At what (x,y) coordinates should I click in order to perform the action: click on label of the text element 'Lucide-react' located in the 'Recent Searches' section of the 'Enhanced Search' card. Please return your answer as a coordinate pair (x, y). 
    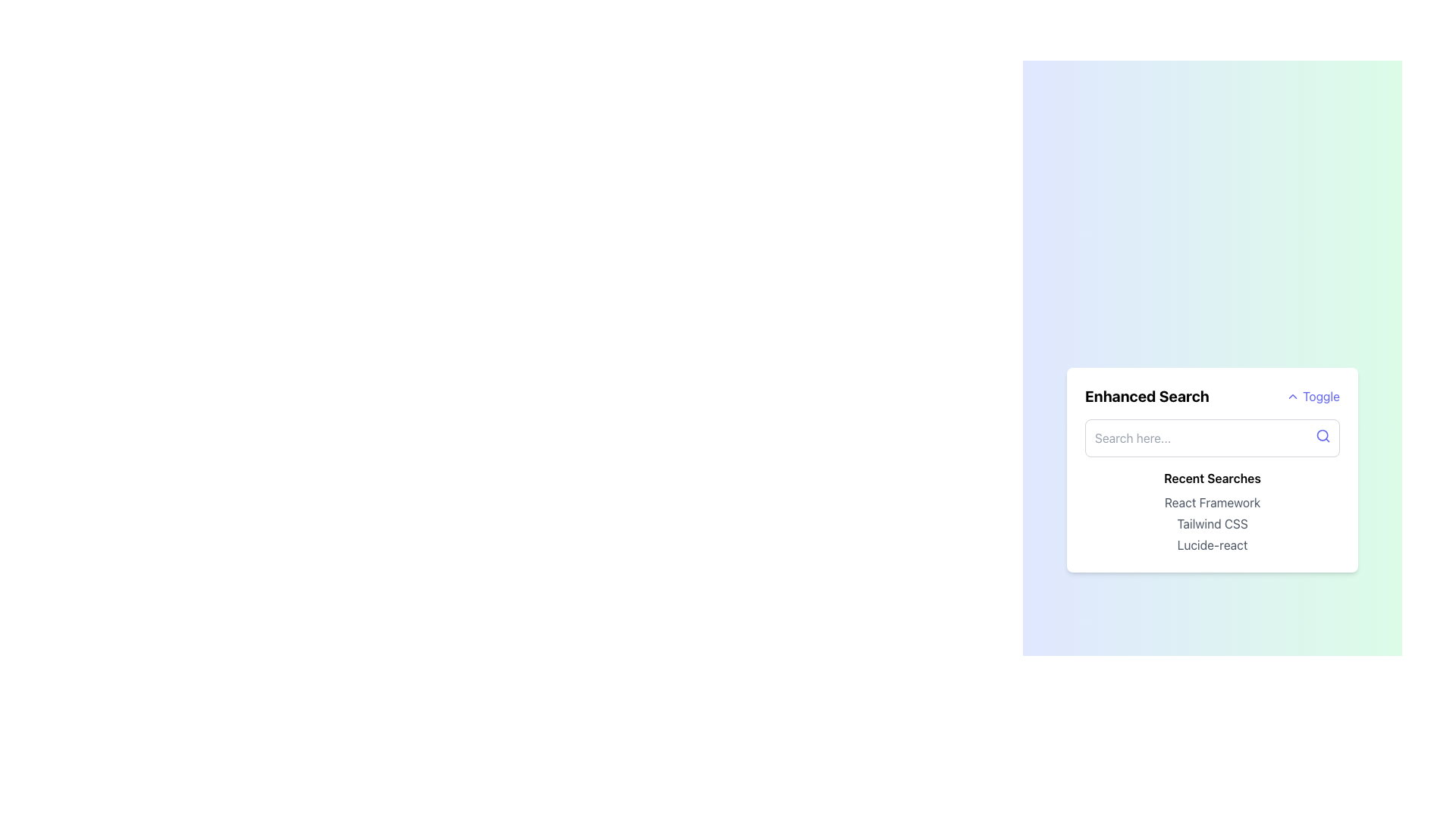
    Looking at the image, I should click on (1211, 544).